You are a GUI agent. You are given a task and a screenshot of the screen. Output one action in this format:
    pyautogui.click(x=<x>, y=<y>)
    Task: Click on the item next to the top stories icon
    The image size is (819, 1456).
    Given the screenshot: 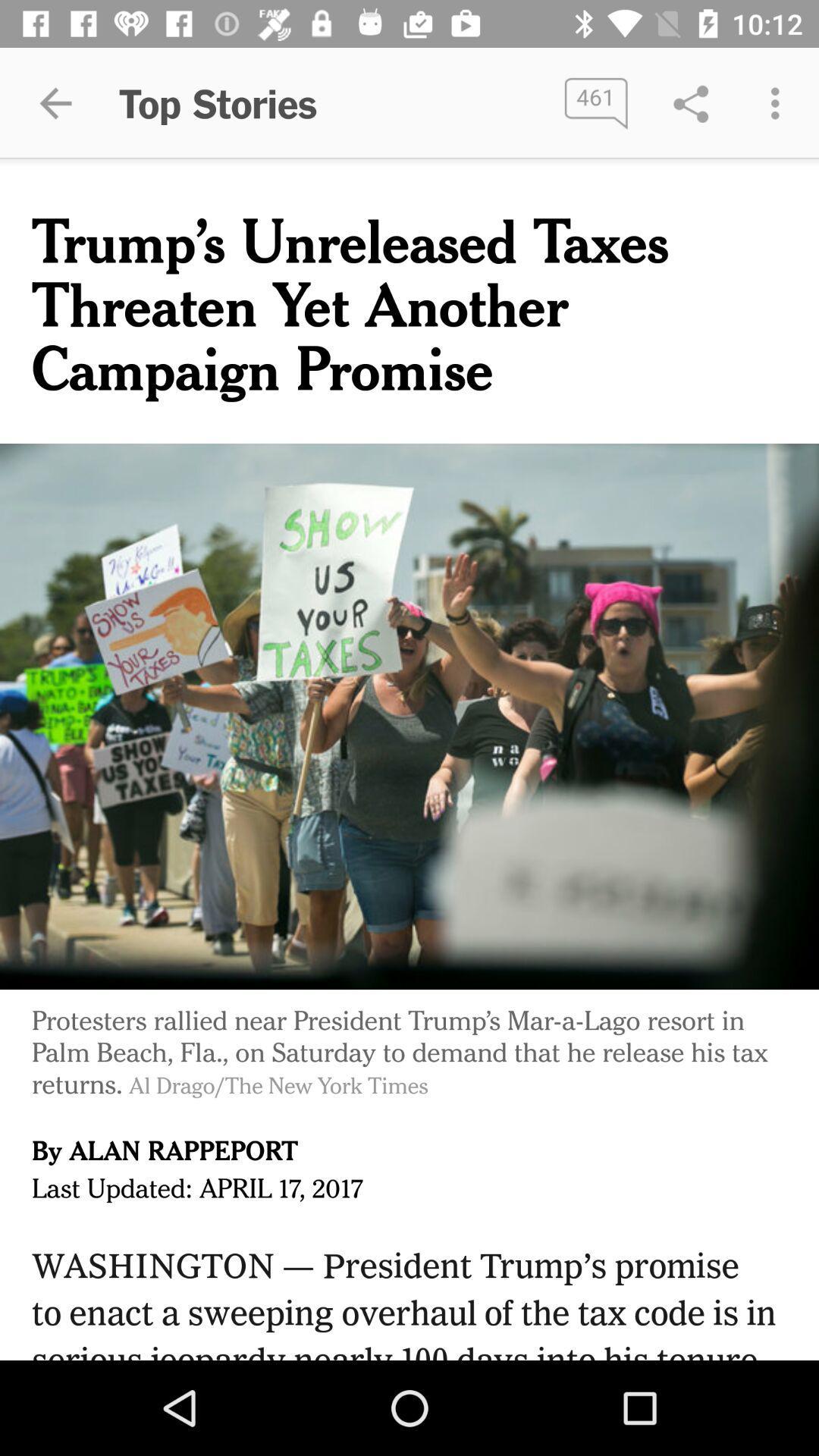 What is the action you would take?
    pyautogui.click(x=55, y=102)
    